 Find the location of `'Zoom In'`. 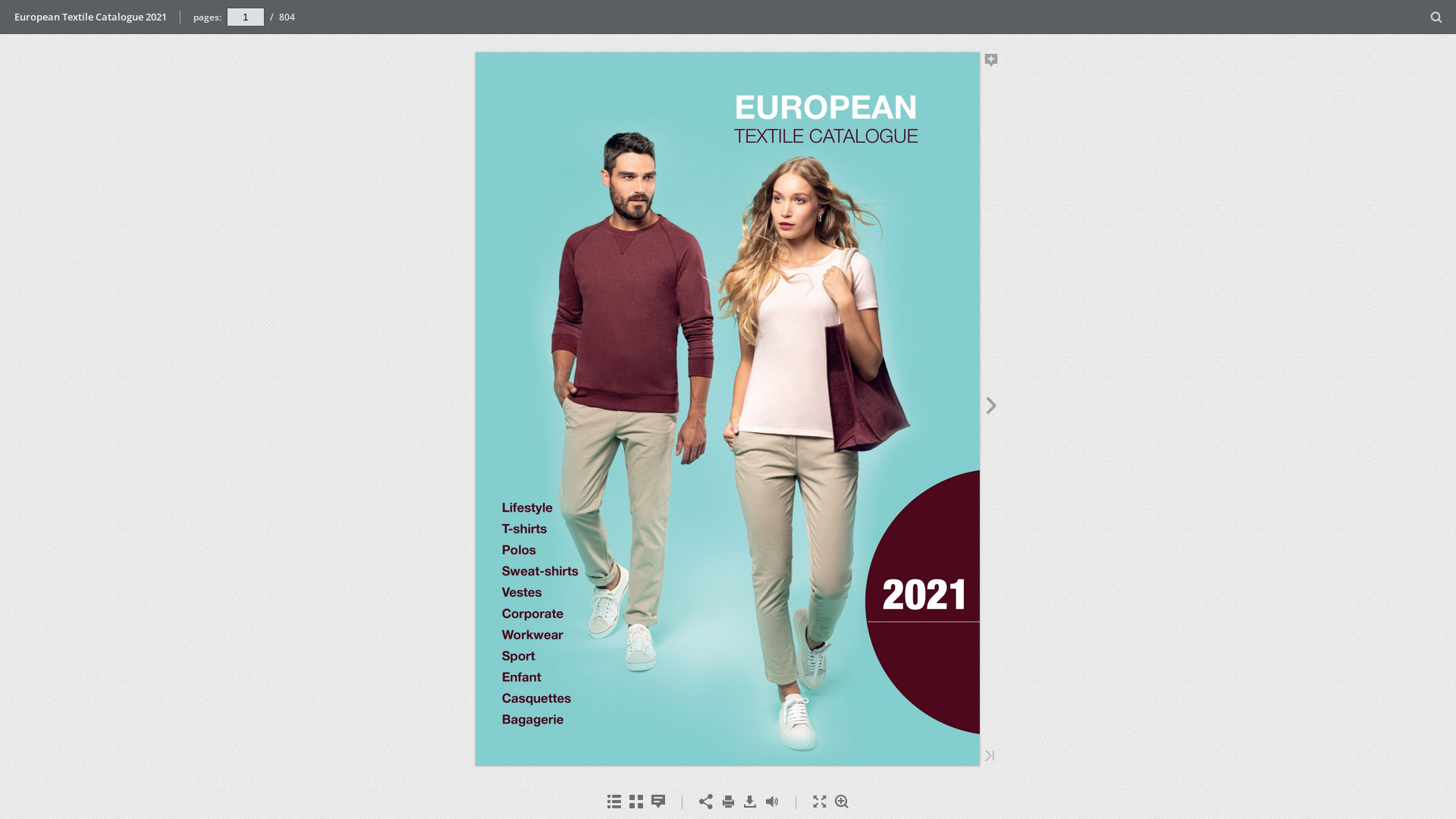

'Zoom In' is located at coordinates (841, 801).